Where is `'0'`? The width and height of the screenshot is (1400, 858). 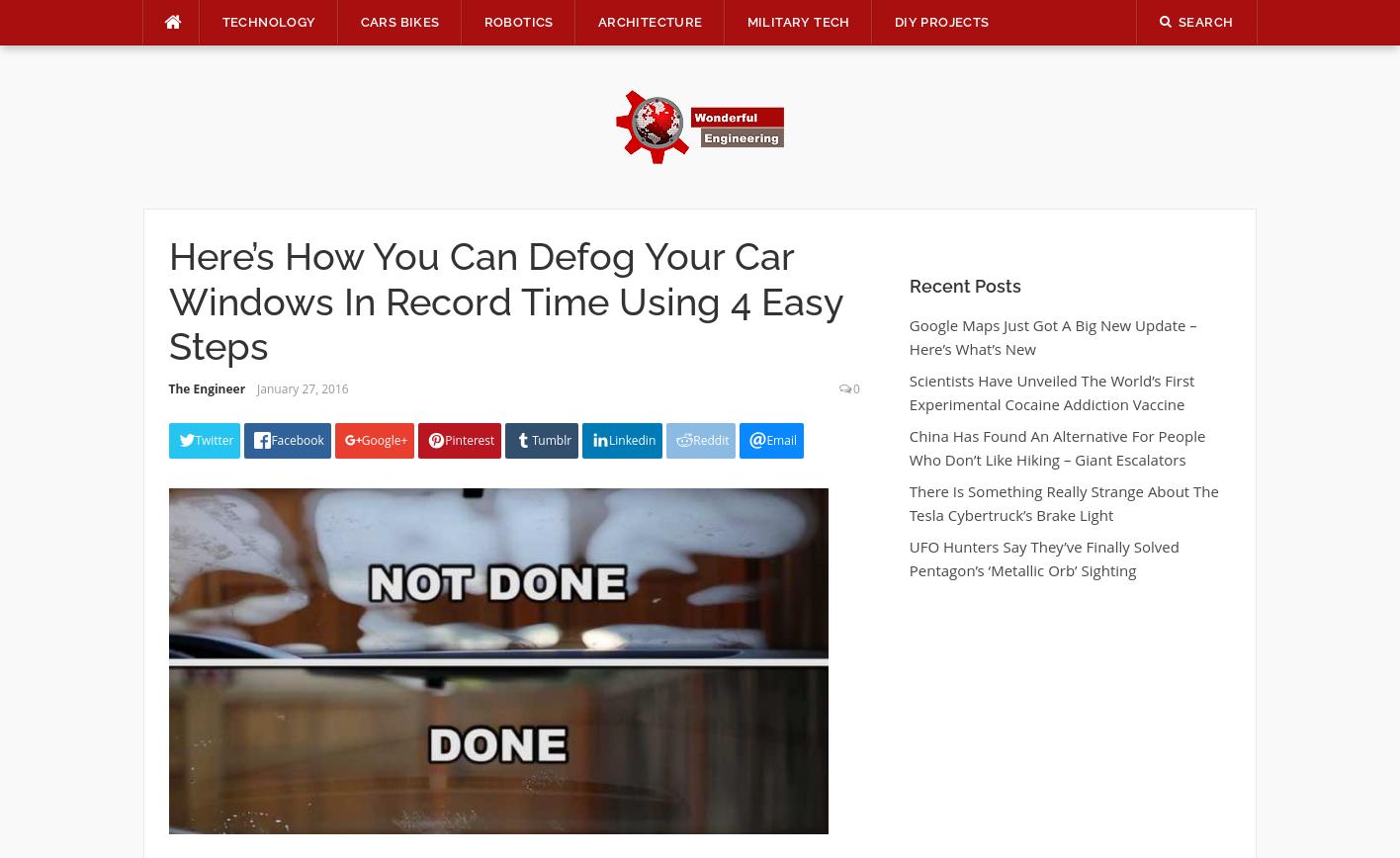 '0' is located at coordinates (855, 387).